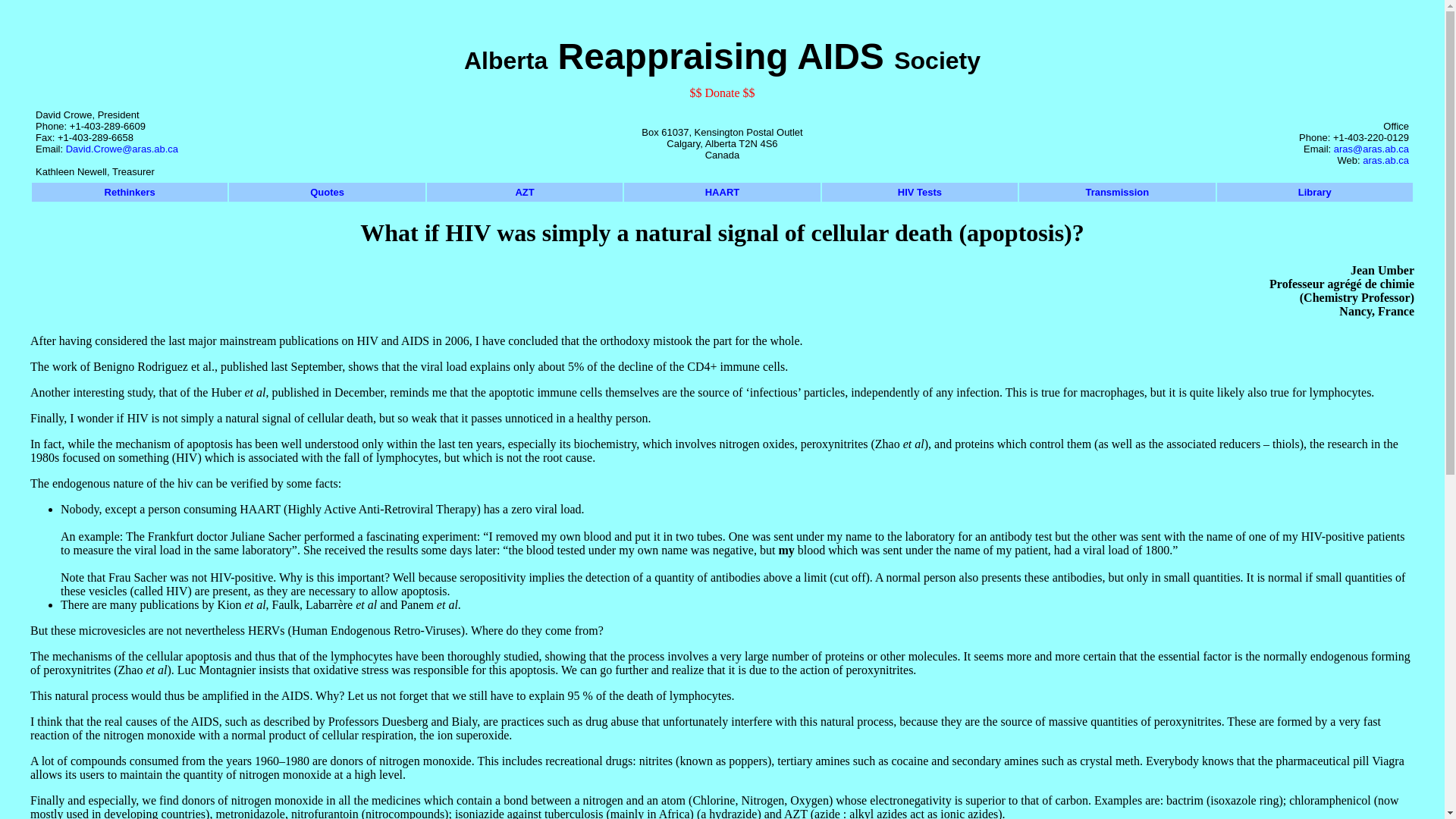 Image resolution: width=1456 pixels, height=819 pixels. I want to click on 'Quotes', so click(326, 191).